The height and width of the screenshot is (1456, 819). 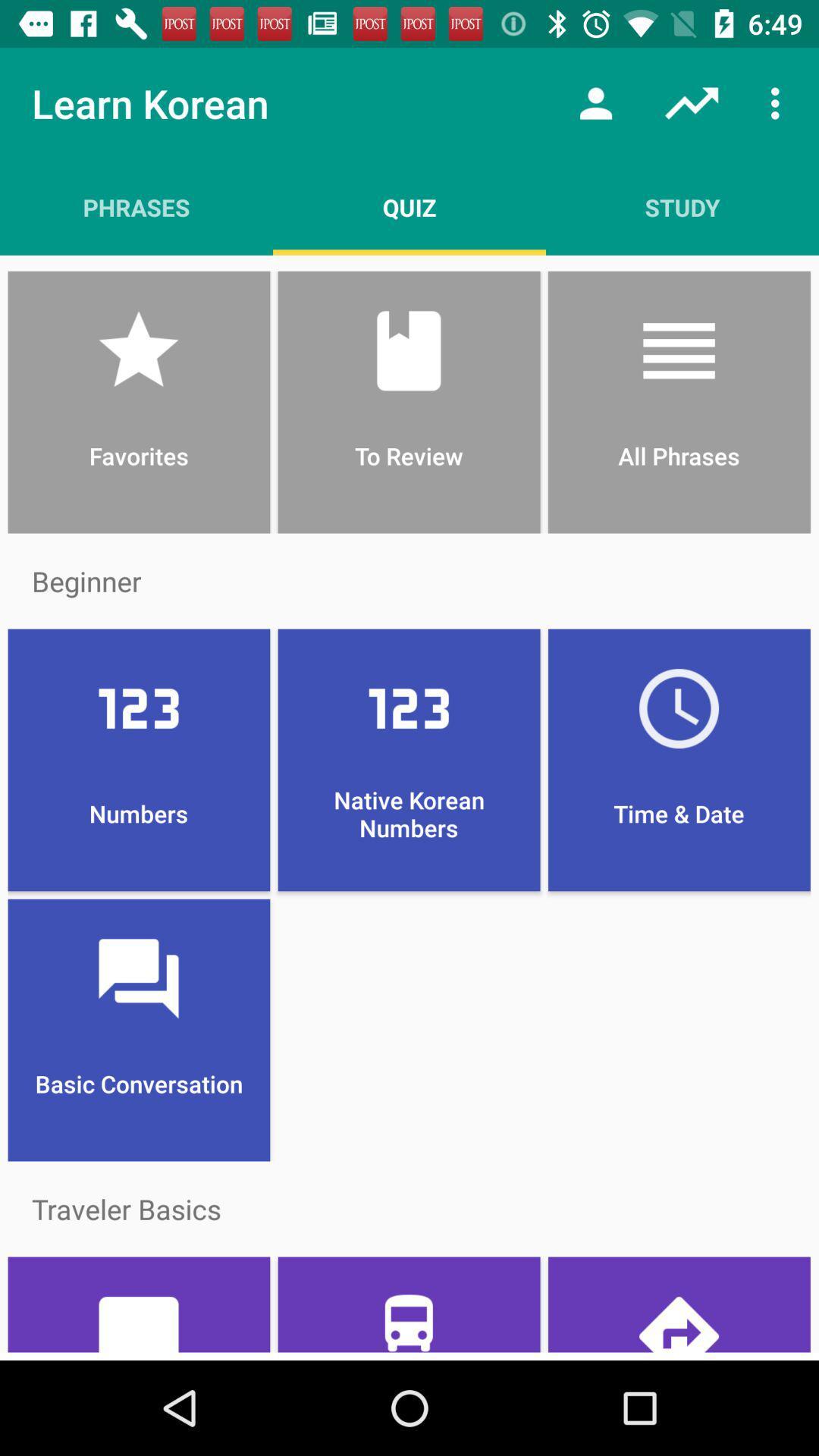 I want to click on icon next to phrases, so click(x=409, y=206).